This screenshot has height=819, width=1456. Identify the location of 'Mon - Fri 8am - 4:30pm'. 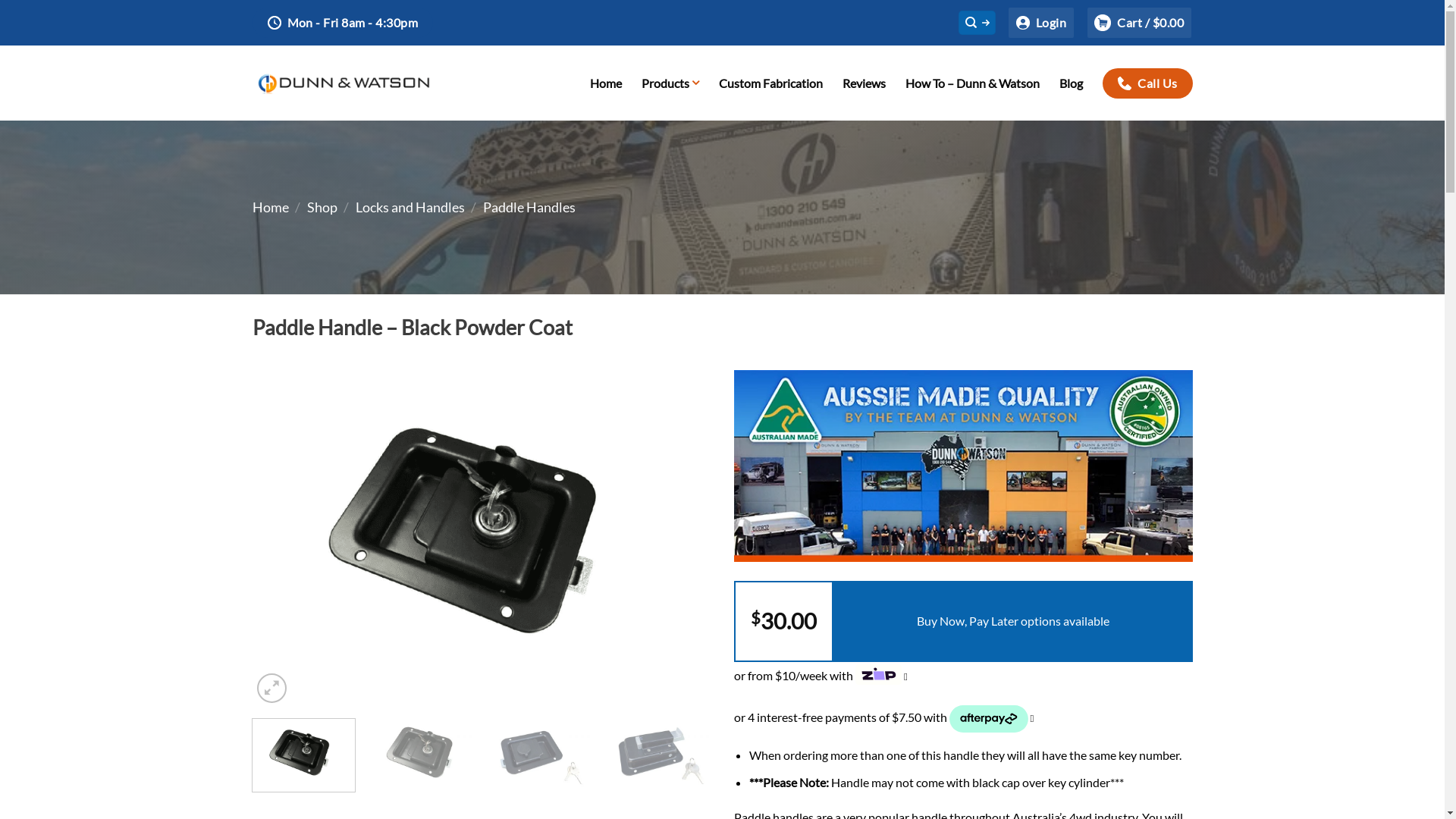
(341, 23).